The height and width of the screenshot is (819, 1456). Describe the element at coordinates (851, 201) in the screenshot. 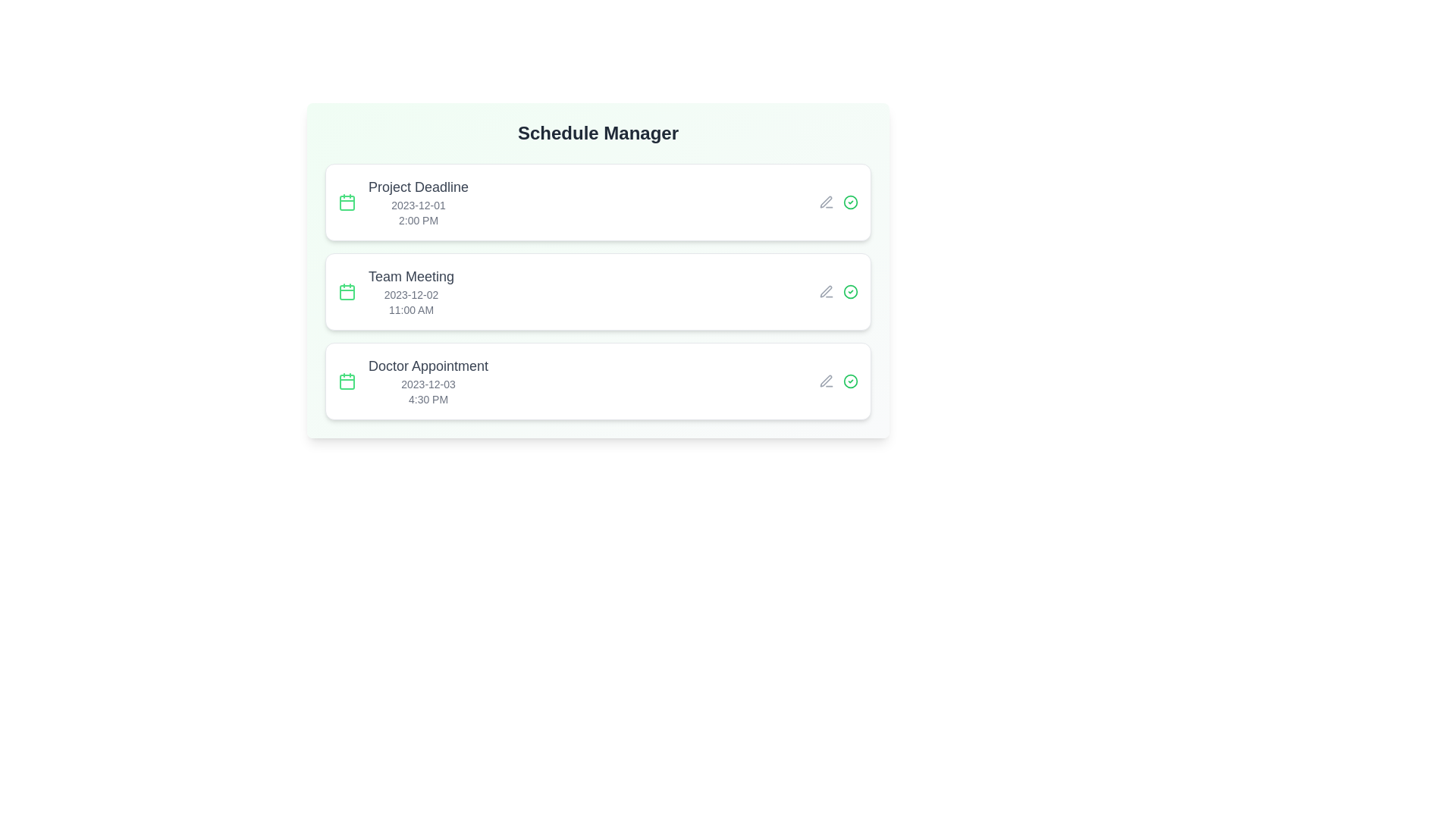

I see `the check icon corresponding to the event titled 'Project Deadline' to mark it as completed` at that location.